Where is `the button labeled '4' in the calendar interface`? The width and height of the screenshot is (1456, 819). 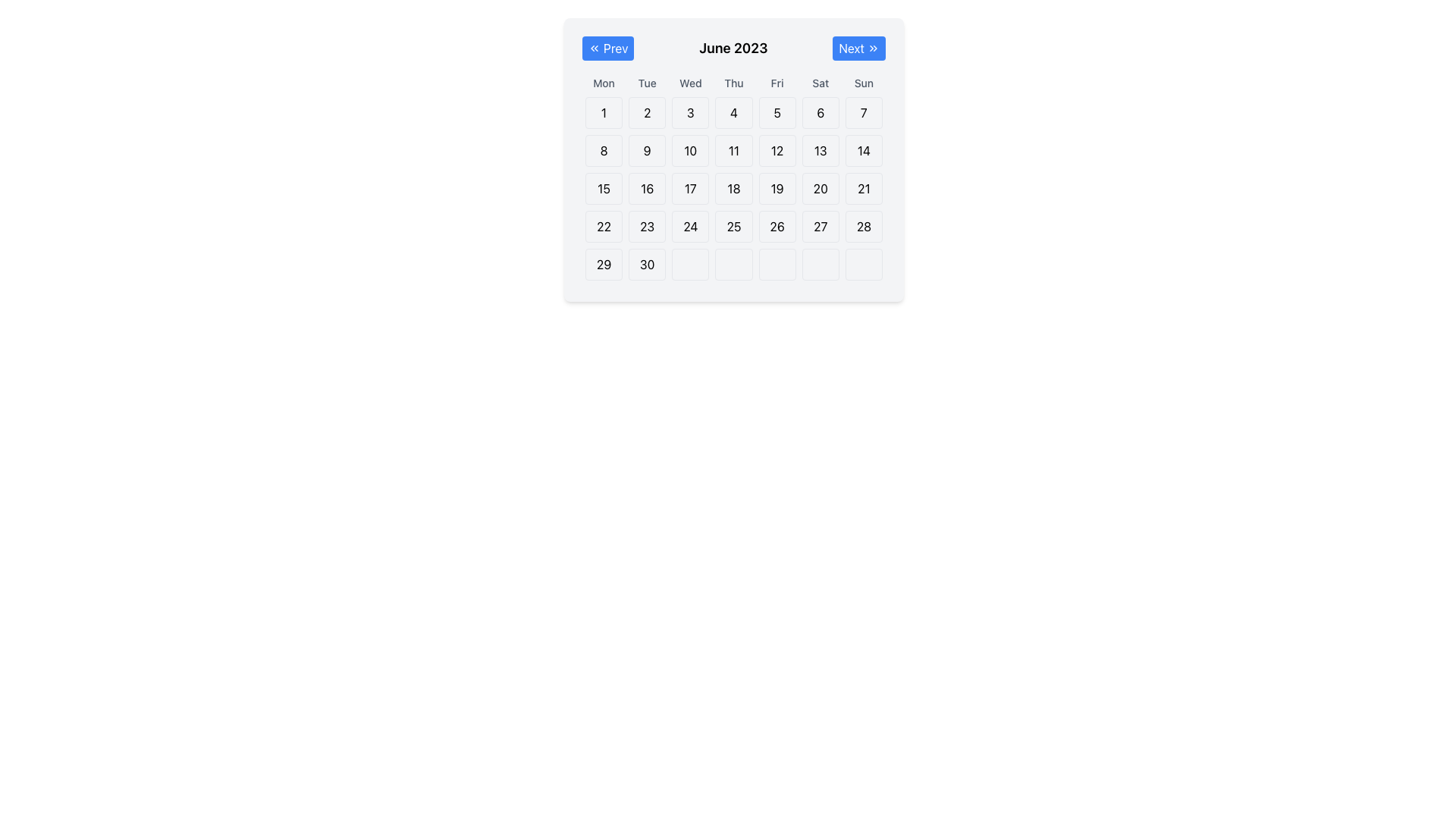 the button labeled '4' in the calendar interface is located at coordinates (734, 112).